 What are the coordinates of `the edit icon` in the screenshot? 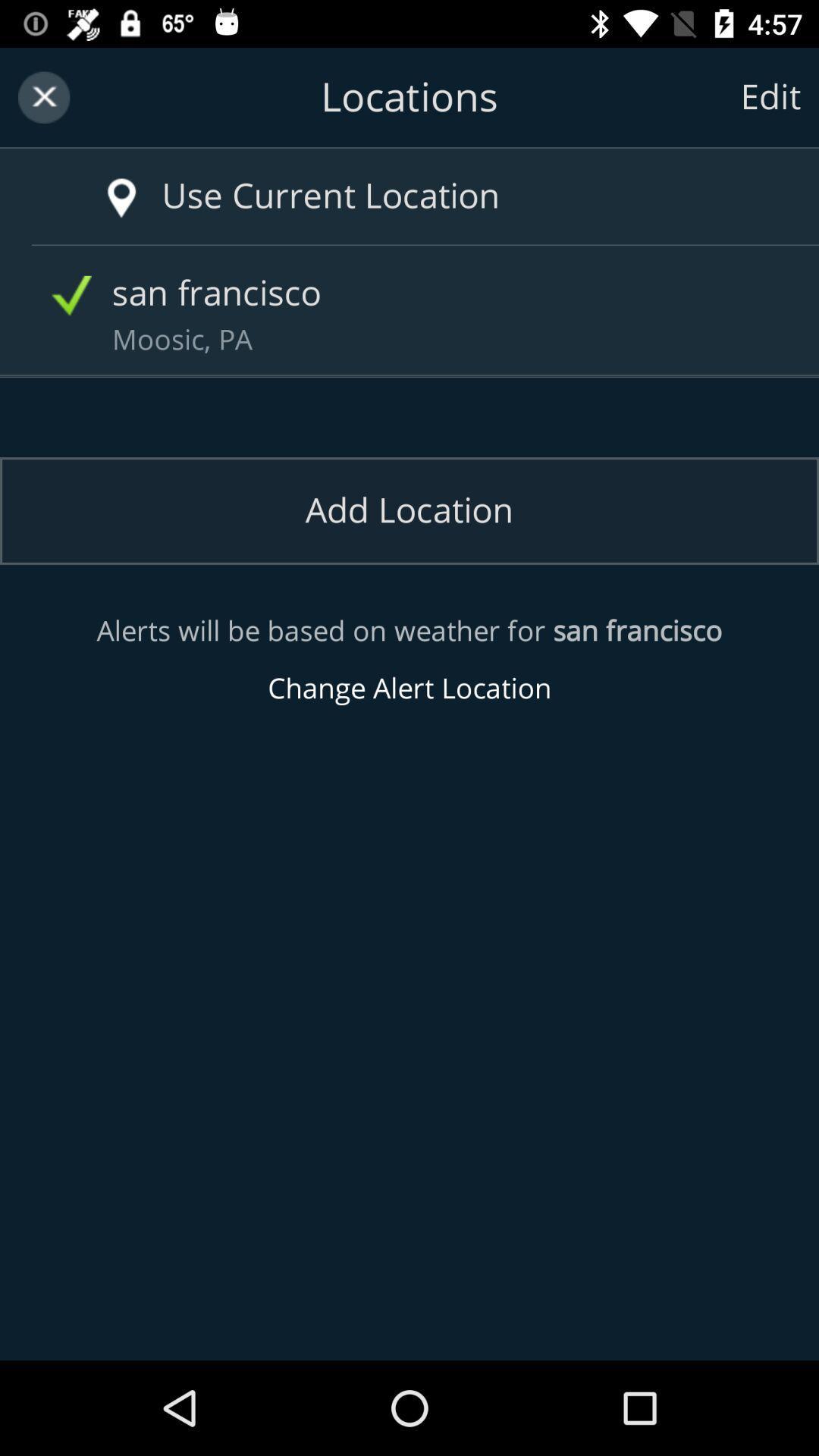 It's located at (770, 96).